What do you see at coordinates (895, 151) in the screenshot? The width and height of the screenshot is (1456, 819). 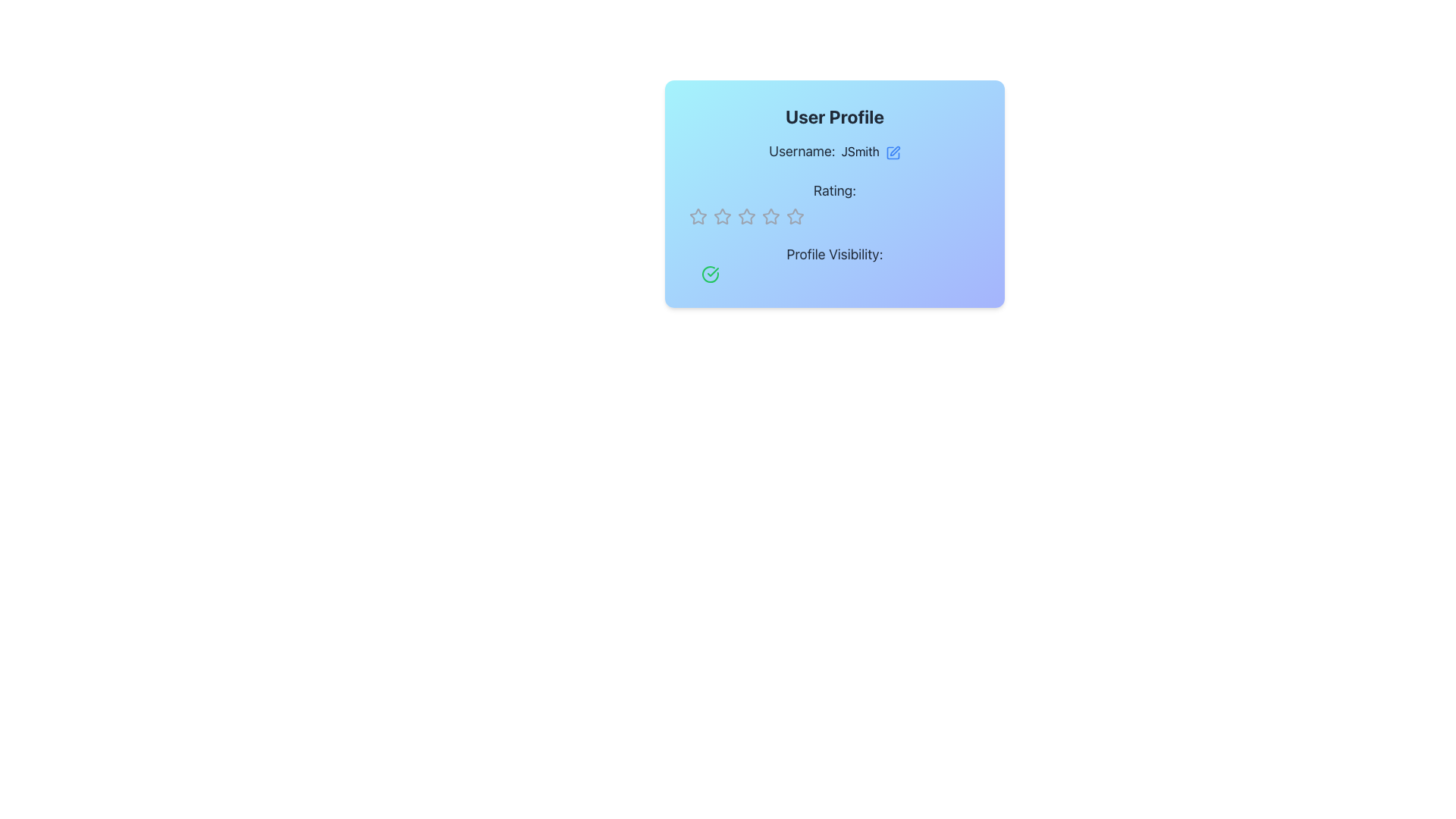 I see `the edit icon adjacent to the username 'Username: JSmith'` at bounding box center [895, 151].